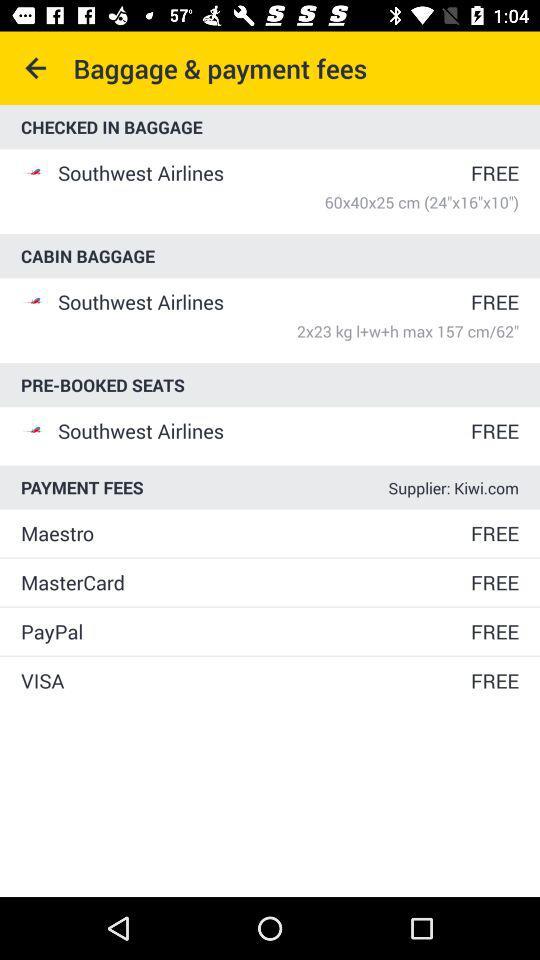 This screenshot has width=540, height=960. I want to click on item next to free item, so click(244, 680).